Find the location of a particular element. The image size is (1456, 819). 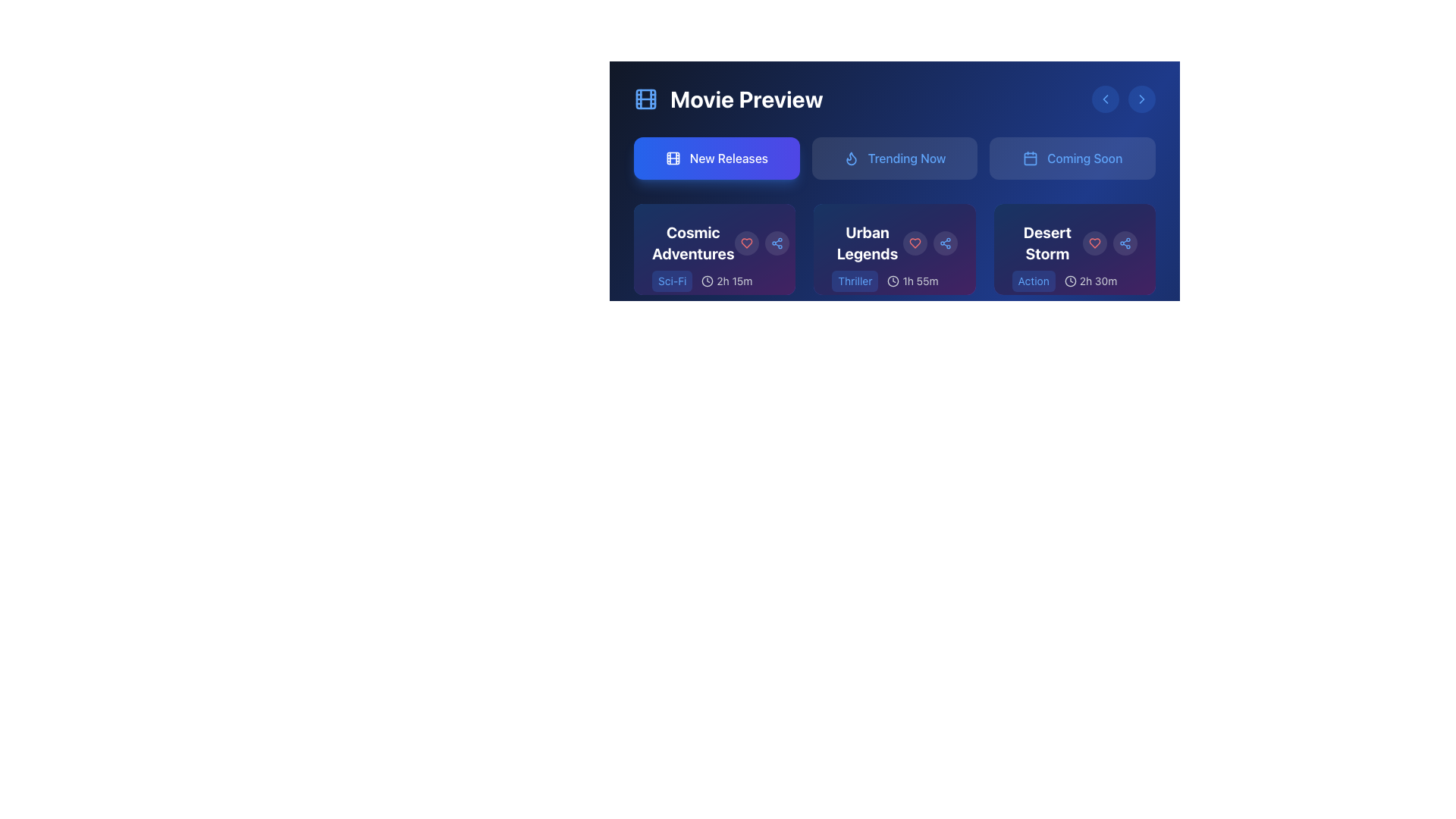

text label 'Cosmic Adventures' which is the first title in the list of multimedia items, located under the 'Movie Preview' header is located at coordinates (714, 242).